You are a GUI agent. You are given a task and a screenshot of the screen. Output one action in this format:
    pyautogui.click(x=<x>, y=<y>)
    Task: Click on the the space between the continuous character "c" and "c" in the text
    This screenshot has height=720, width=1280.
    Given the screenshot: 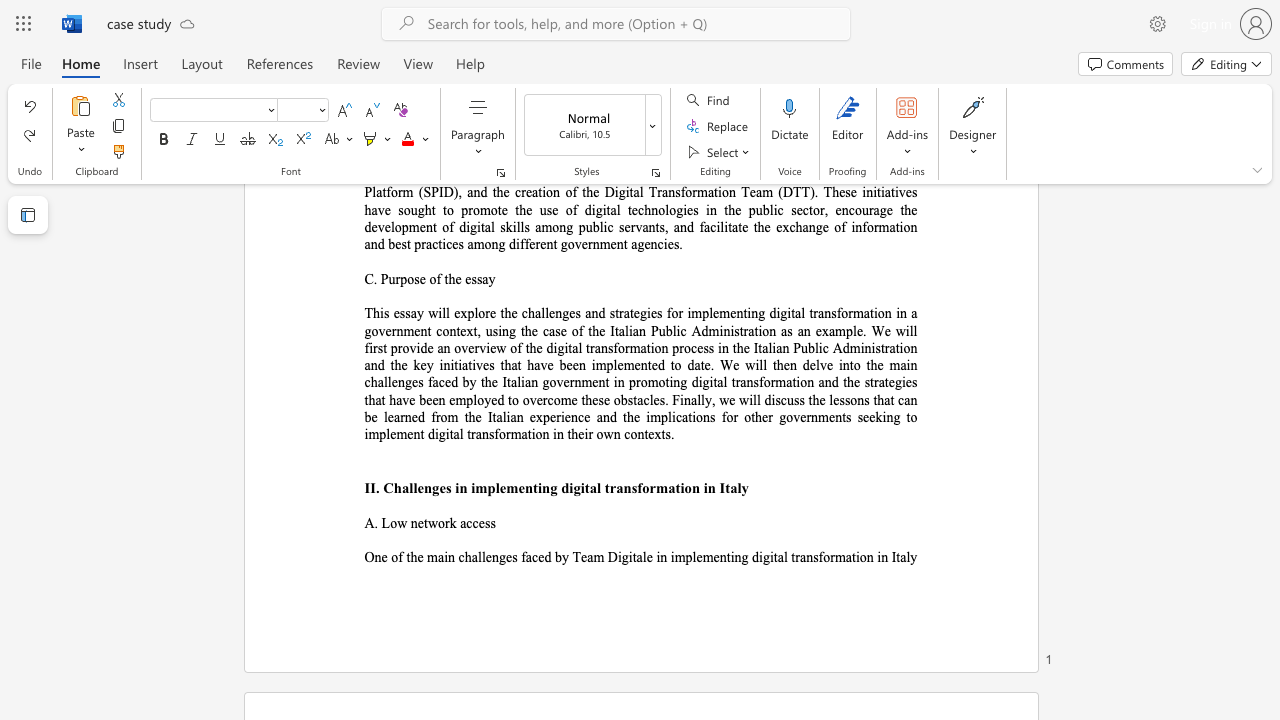 What is the action you would take?
    pyautogui.click(x=471, y=522)
    